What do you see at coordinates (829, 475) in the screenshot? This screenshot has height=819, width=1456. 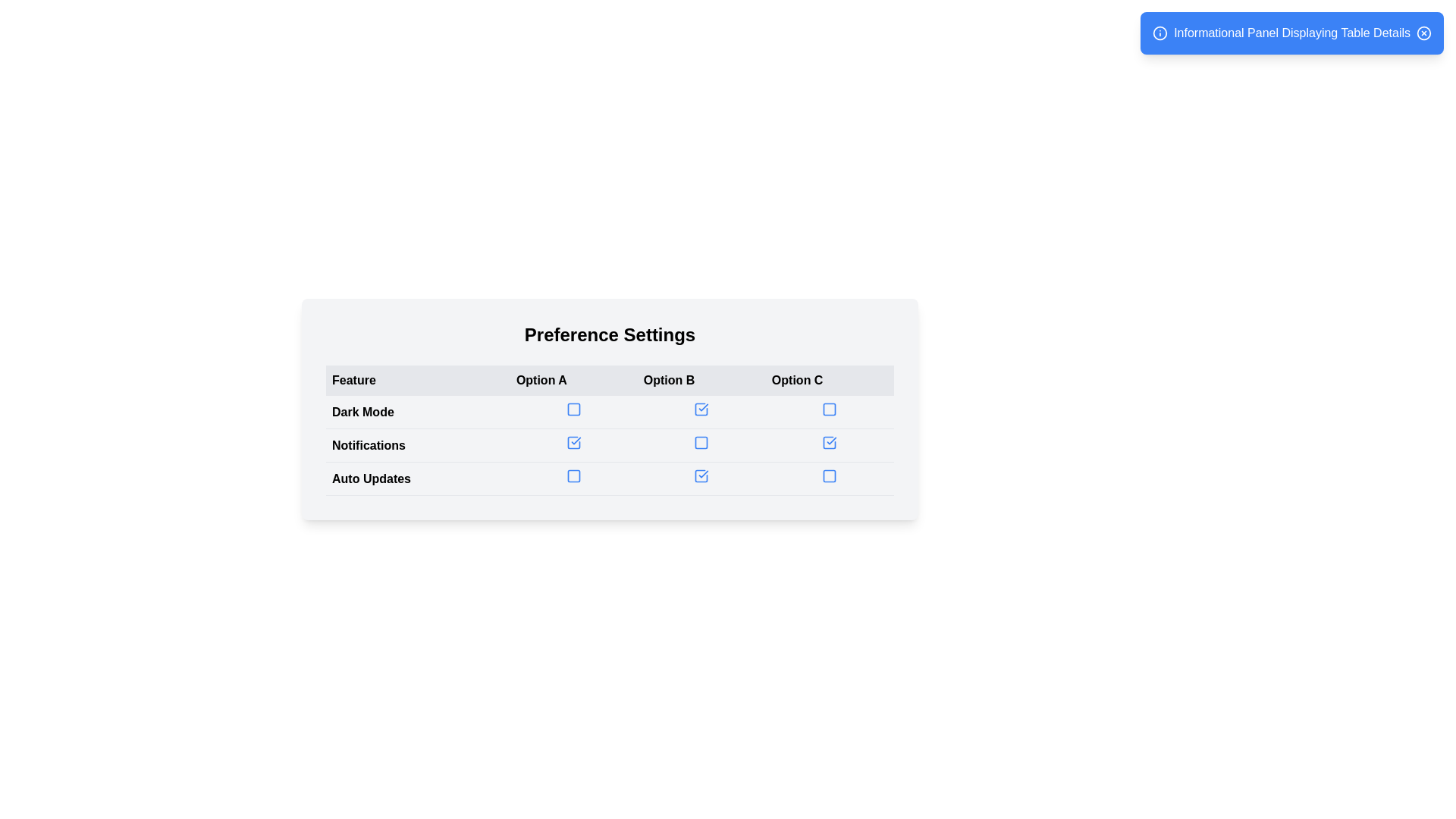 I see `the checkbox indicating the 'Auto Updates' feature under 'Option C'` at bounding box center [829, 475].